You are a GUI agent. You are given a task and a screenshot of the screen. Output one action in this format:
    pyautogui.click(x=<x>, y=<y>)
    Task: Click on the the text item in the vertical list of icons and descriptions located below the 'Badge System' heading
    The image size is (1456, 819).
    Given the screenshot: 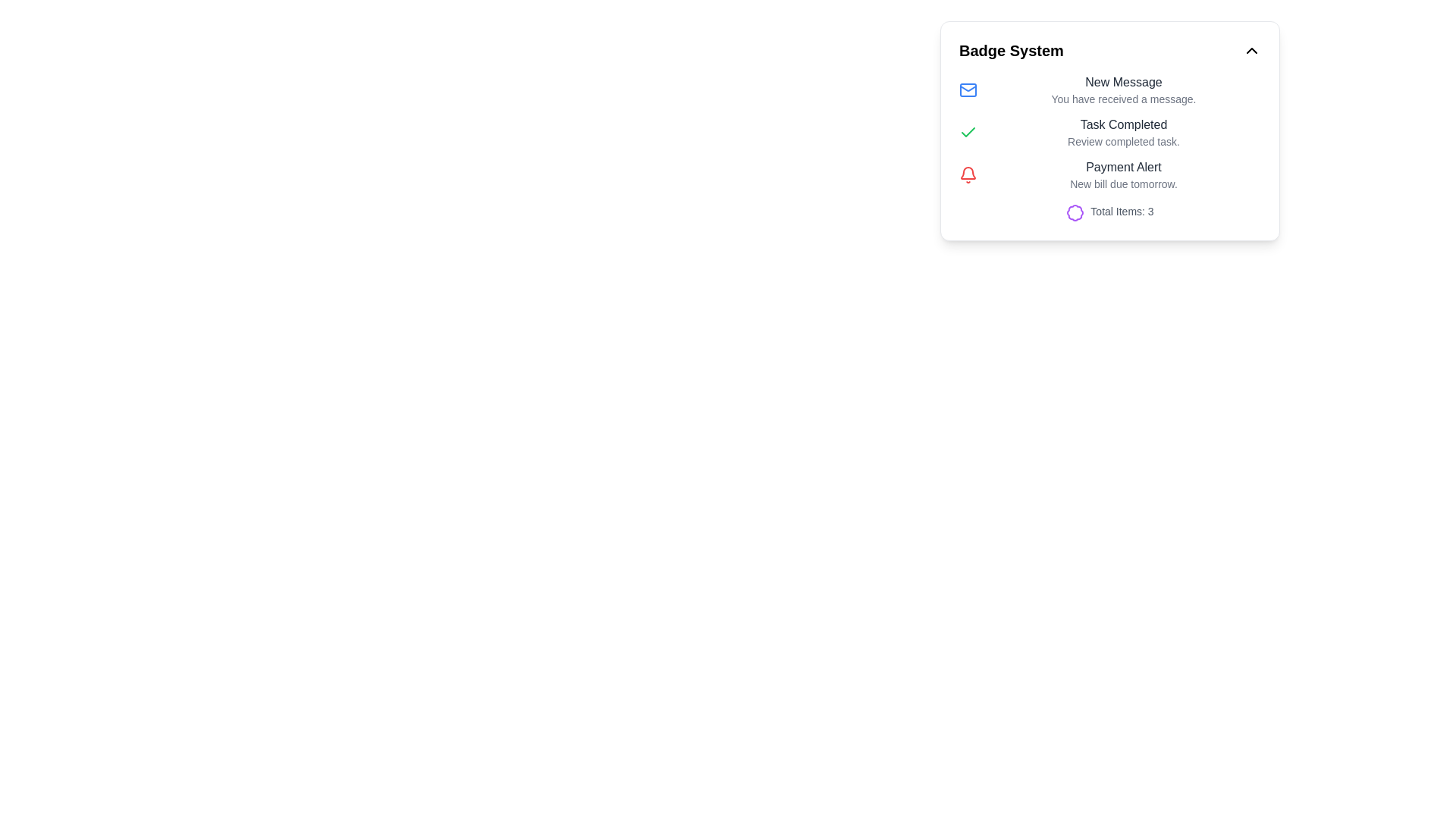 What is the action you would take?
    pyautogui.click(x=1110, y=131)
    